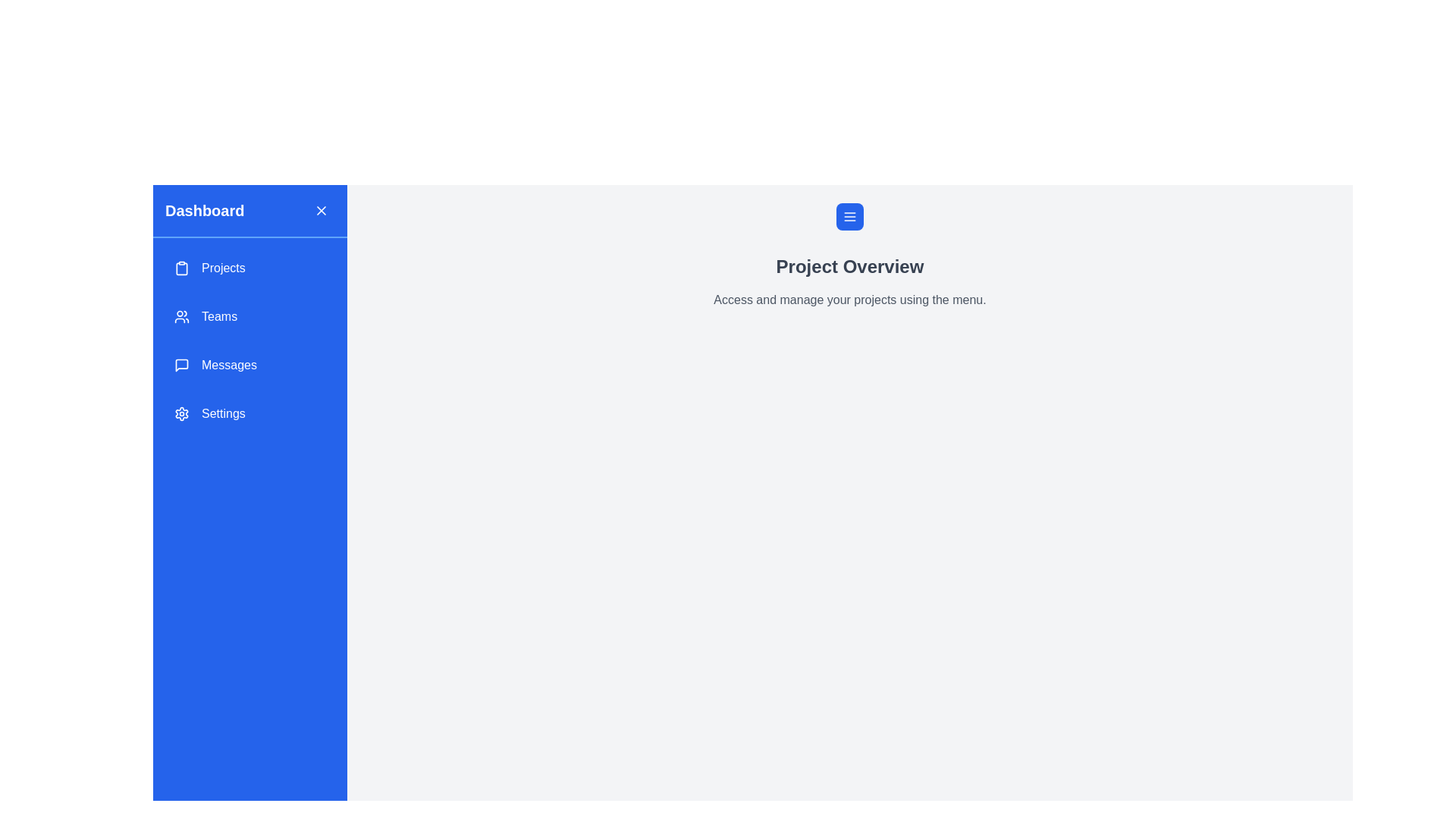  Describe the element at coordinates (250, 366) in the screenshot. I see `the third navigation button in the menu located between the 'Teams' and 'Settings' items` at that location.